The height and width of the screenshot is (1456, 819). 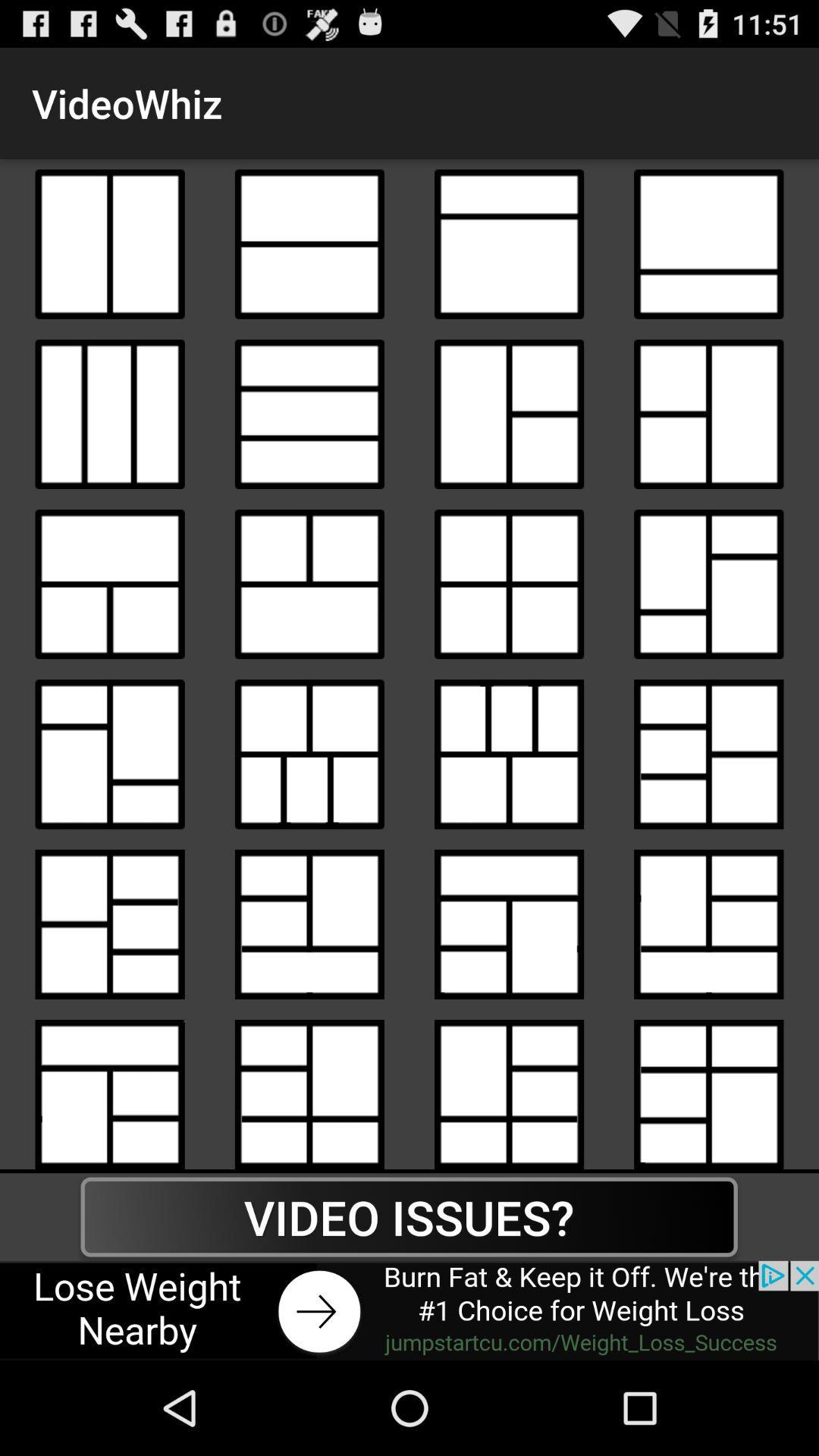 What do you see at coordinates (309, 414) in the screenshot?
I see `collage model box` at bounding box center [309, 414].